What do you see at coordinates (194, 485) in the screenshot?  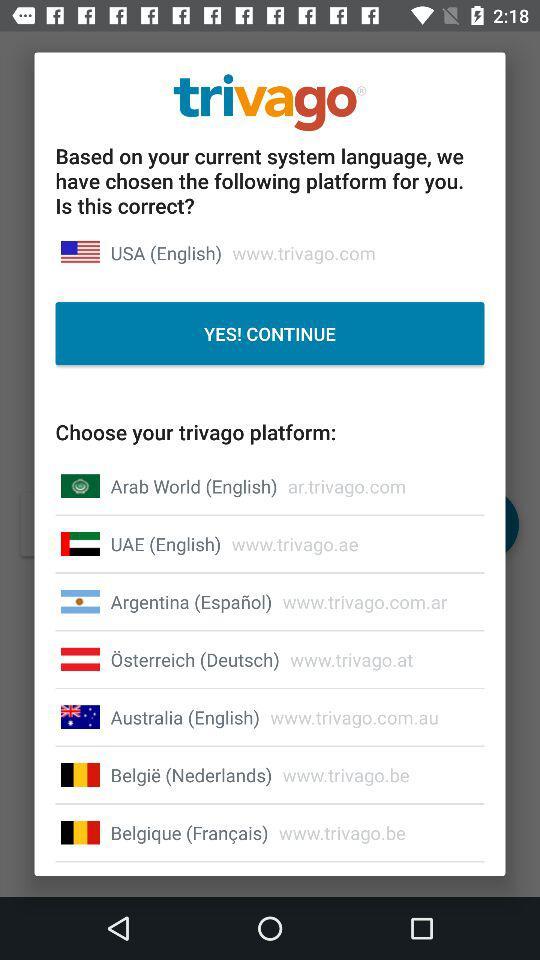 I see `item above uae (english) icon` at bounding box center [194, 485].